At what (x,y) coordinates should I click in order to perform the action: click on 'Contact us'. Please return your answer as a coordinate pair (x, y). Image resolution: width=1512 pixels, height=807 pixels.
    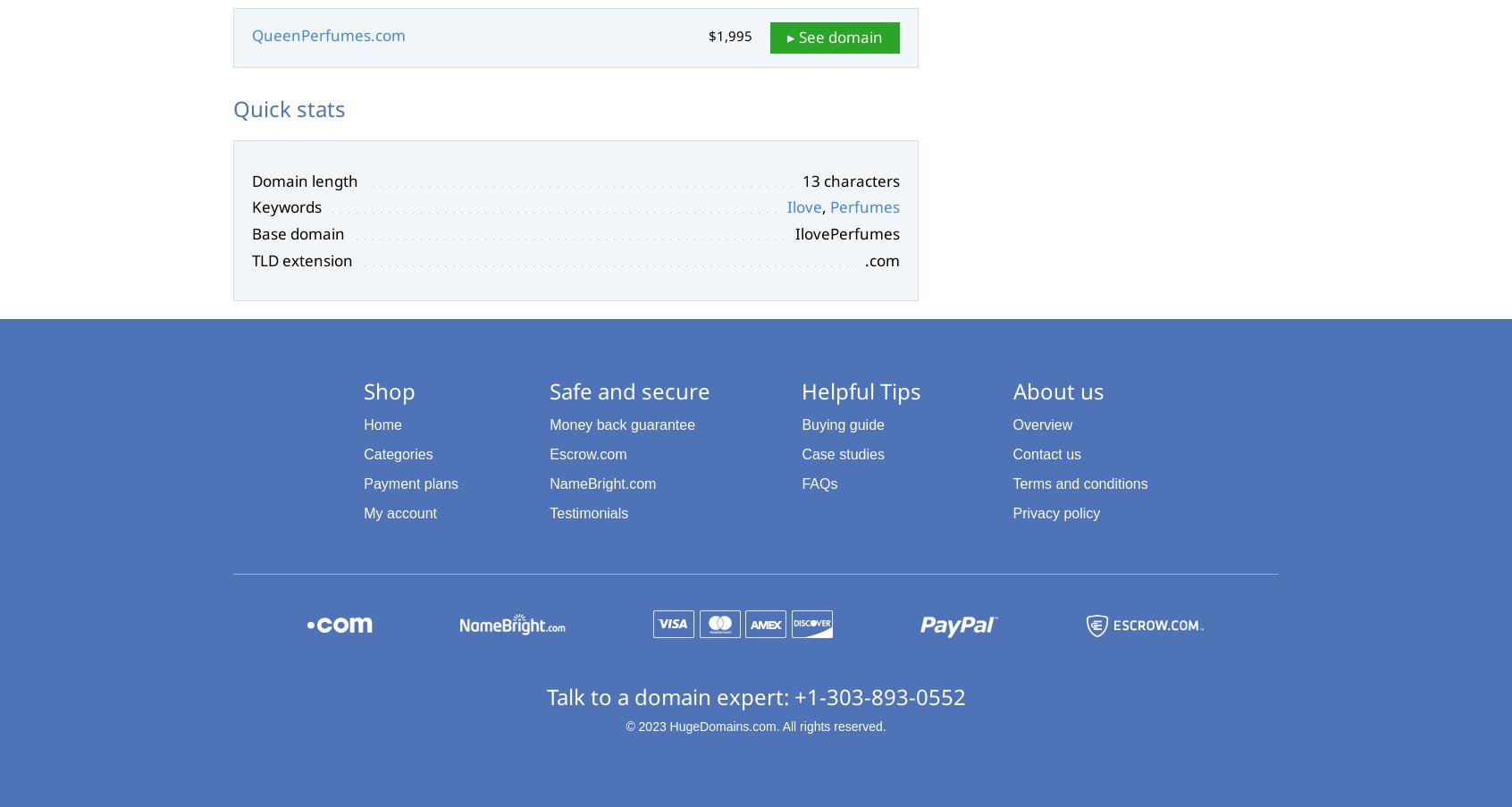
    Looking at the image, I should click on (1046, 454).